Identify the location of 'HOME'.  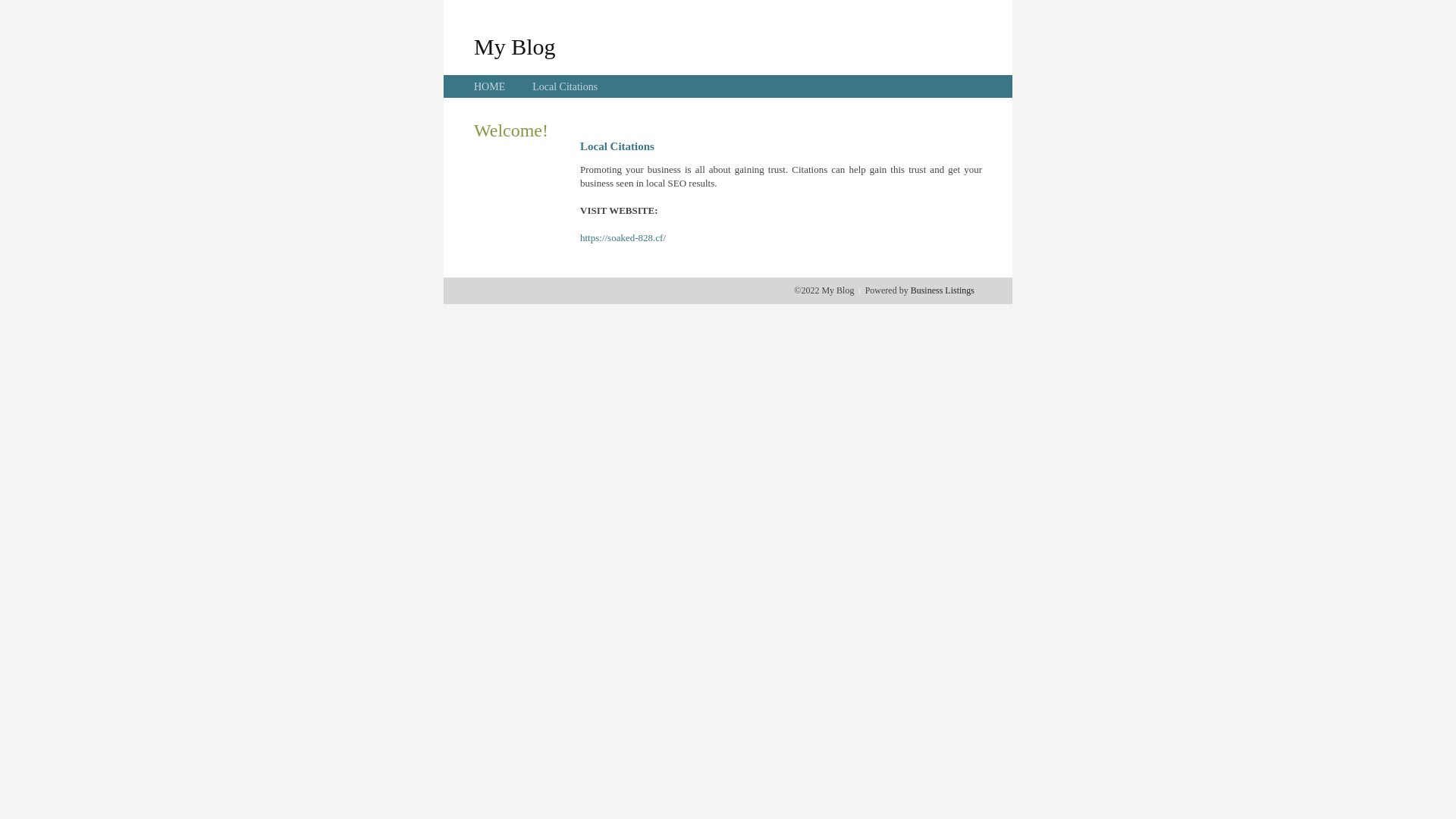
(489, 86).